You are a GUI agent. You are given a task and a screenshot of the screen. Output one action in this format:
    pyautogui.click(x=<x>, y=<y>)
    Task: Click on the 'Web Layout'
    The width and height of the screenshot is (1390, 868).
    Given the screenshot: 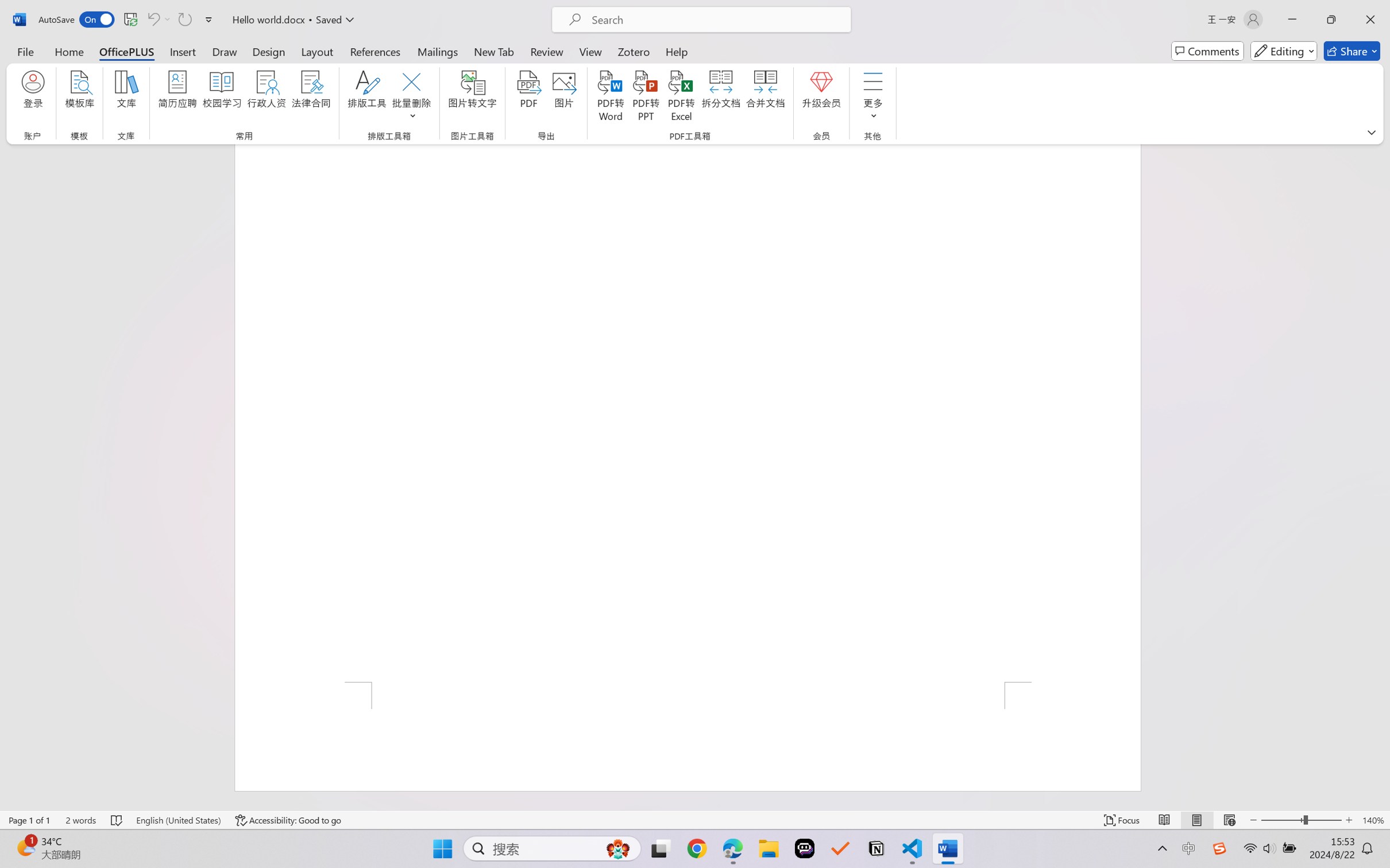 What is the action you would take?
    pyautogui.click(x=1229, y=820)
    